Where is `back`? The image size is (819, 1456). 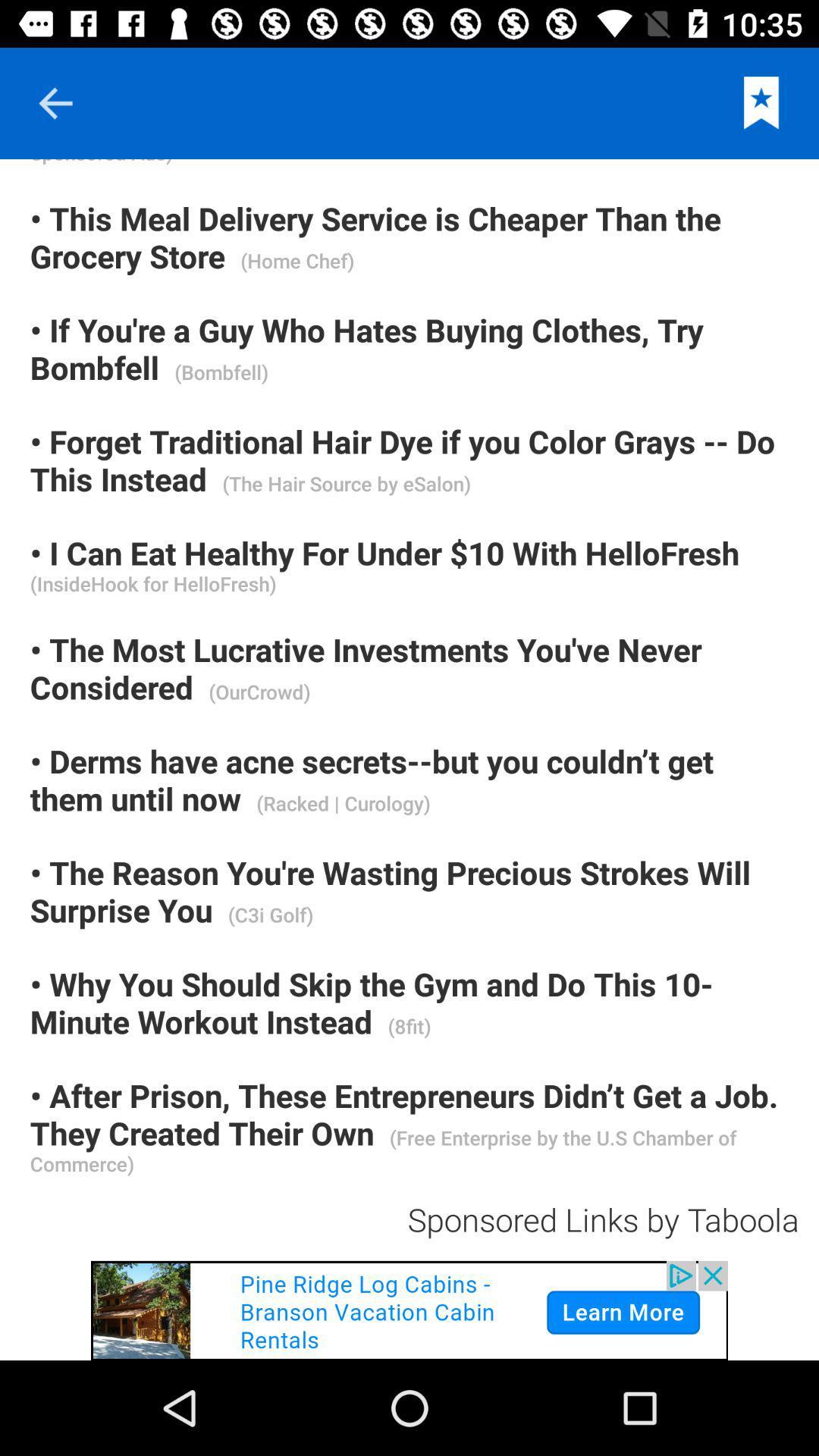
back is located at coordinates (55, 102).